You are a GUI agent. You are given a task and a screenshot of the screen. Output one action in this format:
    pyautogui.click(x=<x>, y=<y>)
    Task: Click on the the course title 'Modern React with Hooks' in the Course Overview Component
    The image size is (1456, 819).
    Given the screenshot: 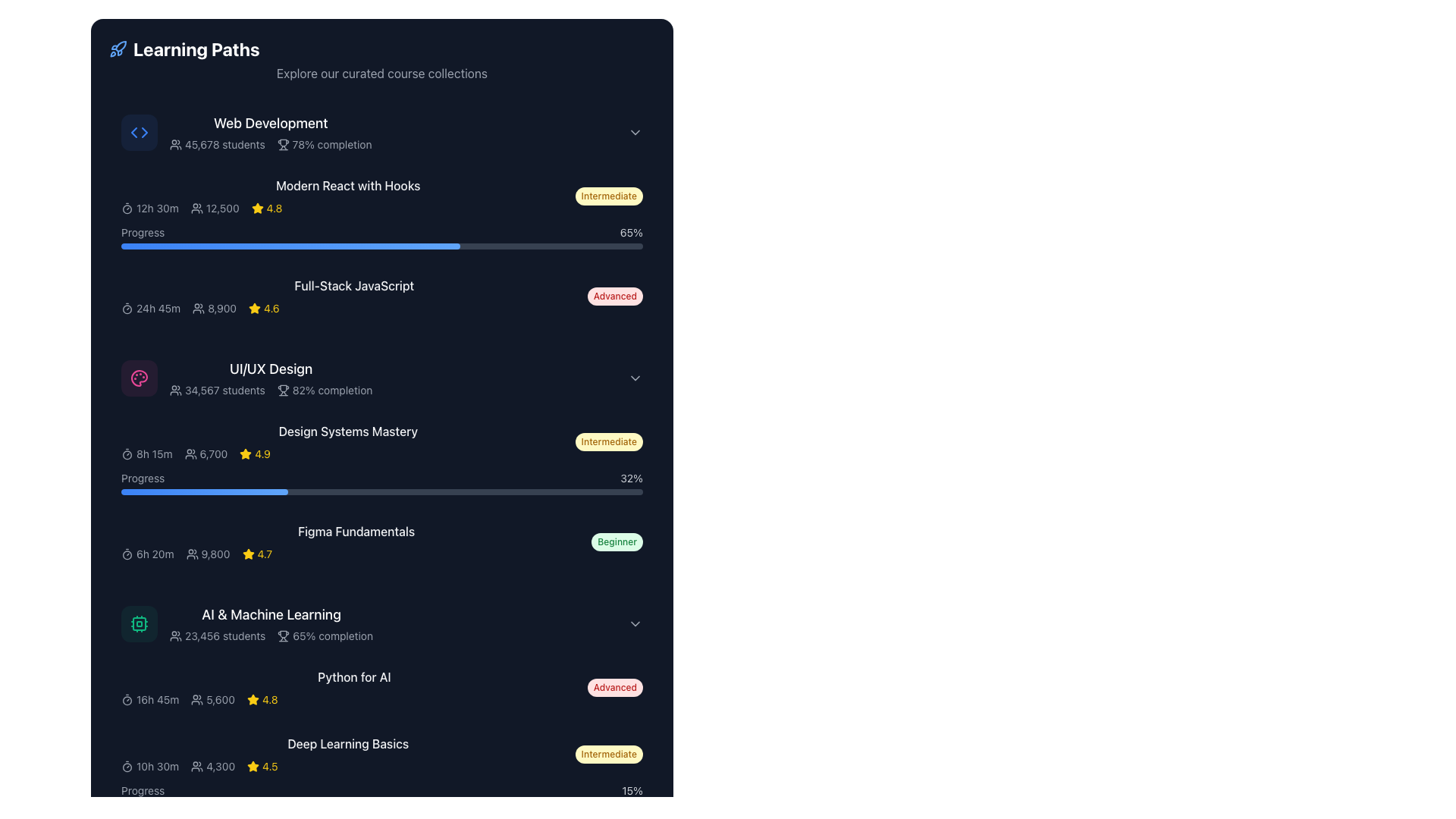 What is the action you would take?
    pyautogui.click(x=382, y=245)
    